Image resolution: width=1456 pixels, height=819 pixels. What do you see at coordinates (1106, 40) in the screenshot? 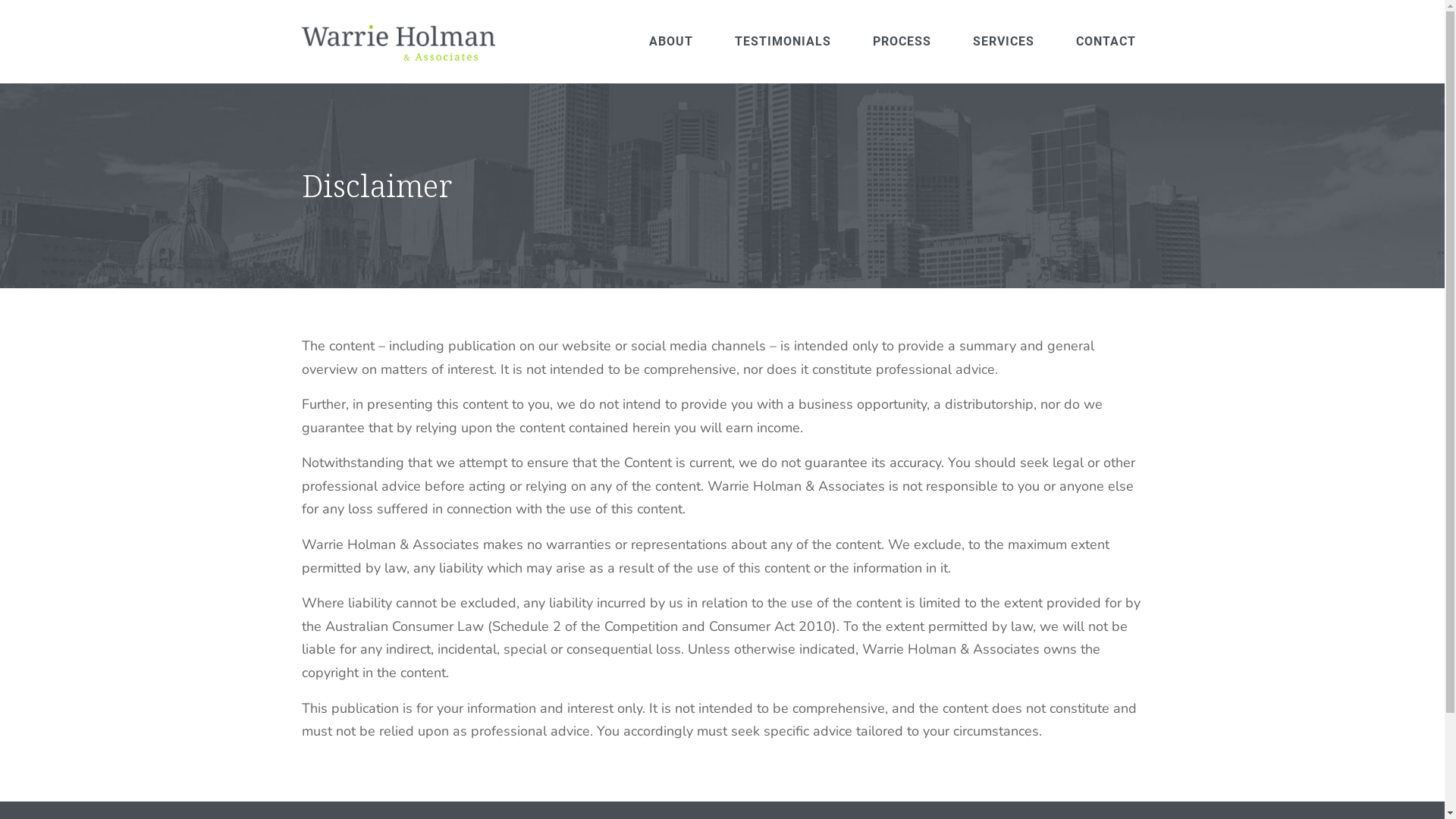
I see `'CONTACT'` at bounding box center [1106, 40].